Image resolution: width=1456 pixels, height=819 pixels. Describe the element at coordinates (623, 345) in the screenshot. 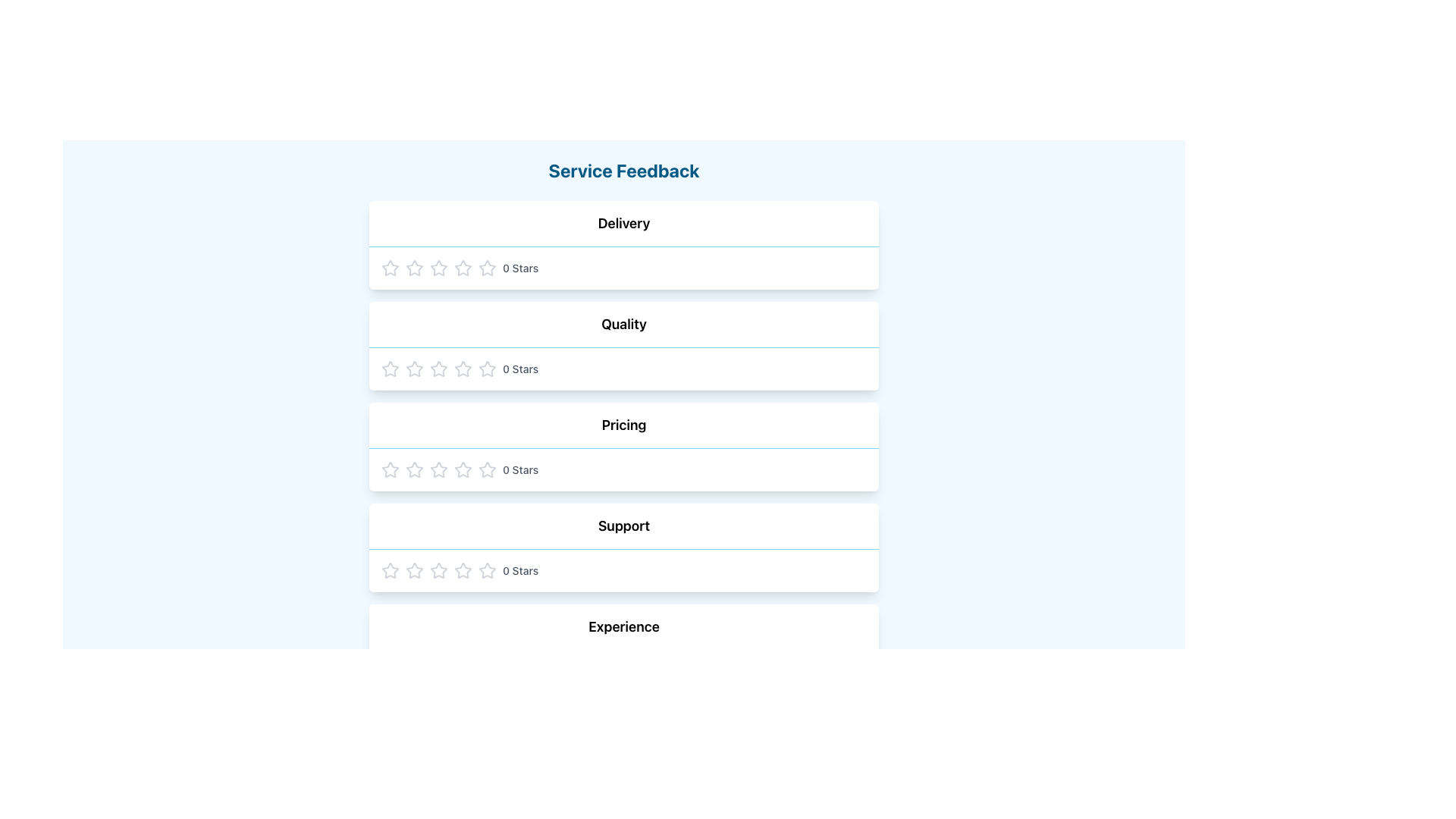

I see `the stars in the Rating Section labeled 'Quality' to rate the service` at that location.